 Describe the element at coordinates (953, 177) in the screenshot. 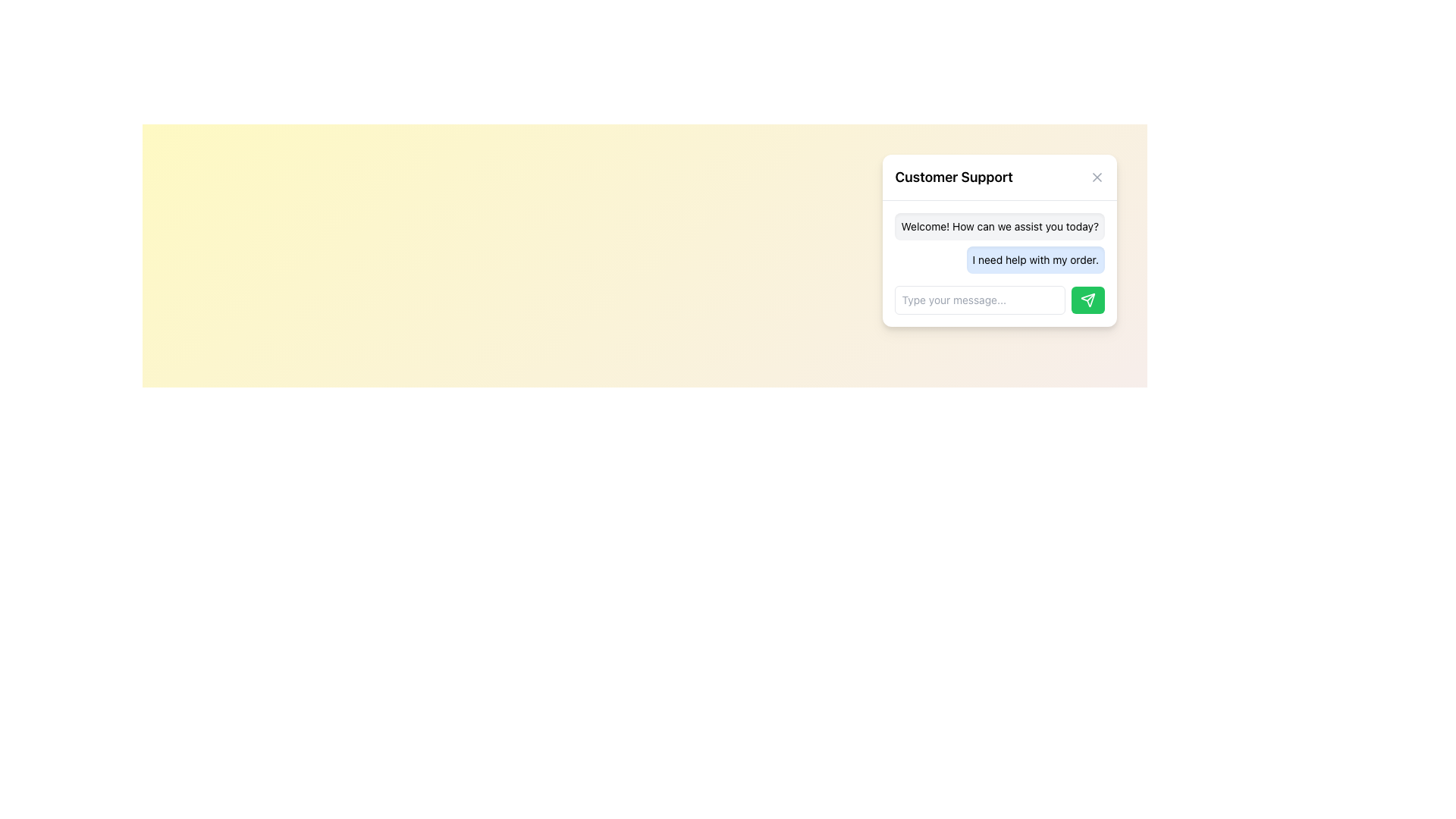

I see `the Text Label that serves as the title for the chat window indicating customer support` at that location.